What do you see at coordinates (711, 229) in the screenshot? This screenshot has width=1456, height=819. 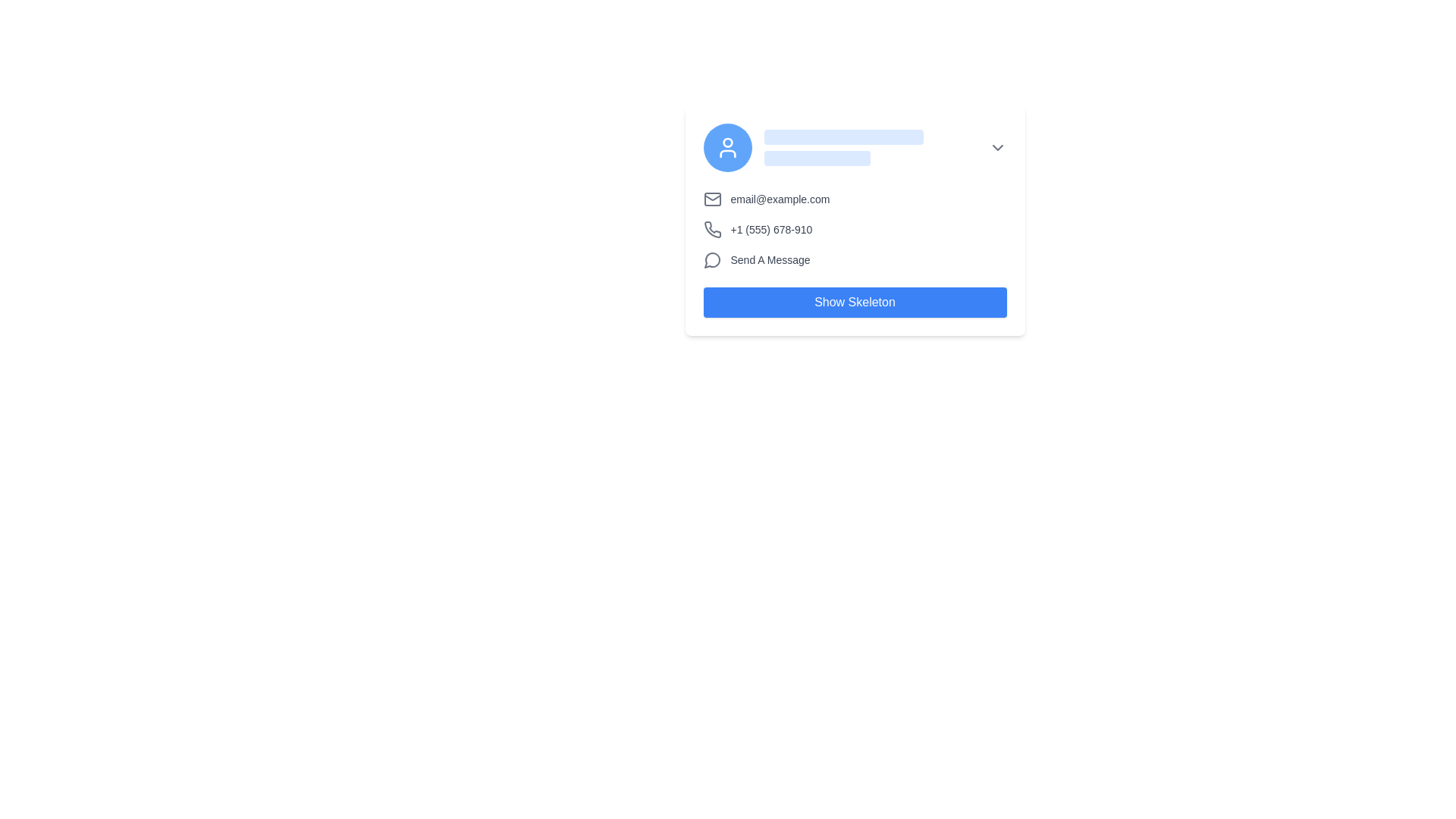 I see `the gray phone receiver icon located to the left of the phone number text in the contact detail section` at bounding box center [711, 229].